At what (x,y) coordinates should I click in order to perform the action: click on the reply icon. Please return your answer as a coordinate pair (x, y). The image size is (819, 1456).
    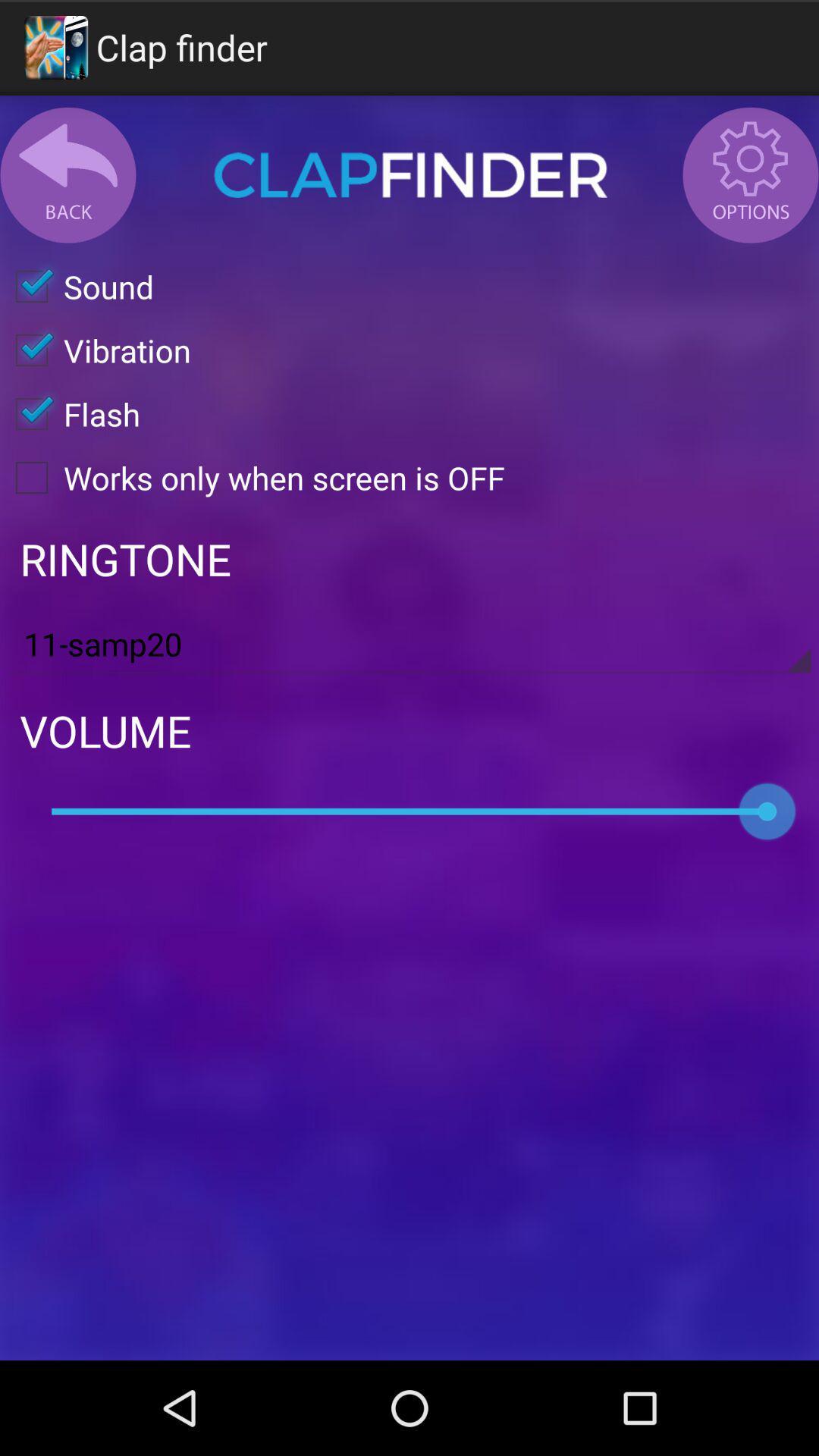
    Looking at the image, I should click on (67, 187).